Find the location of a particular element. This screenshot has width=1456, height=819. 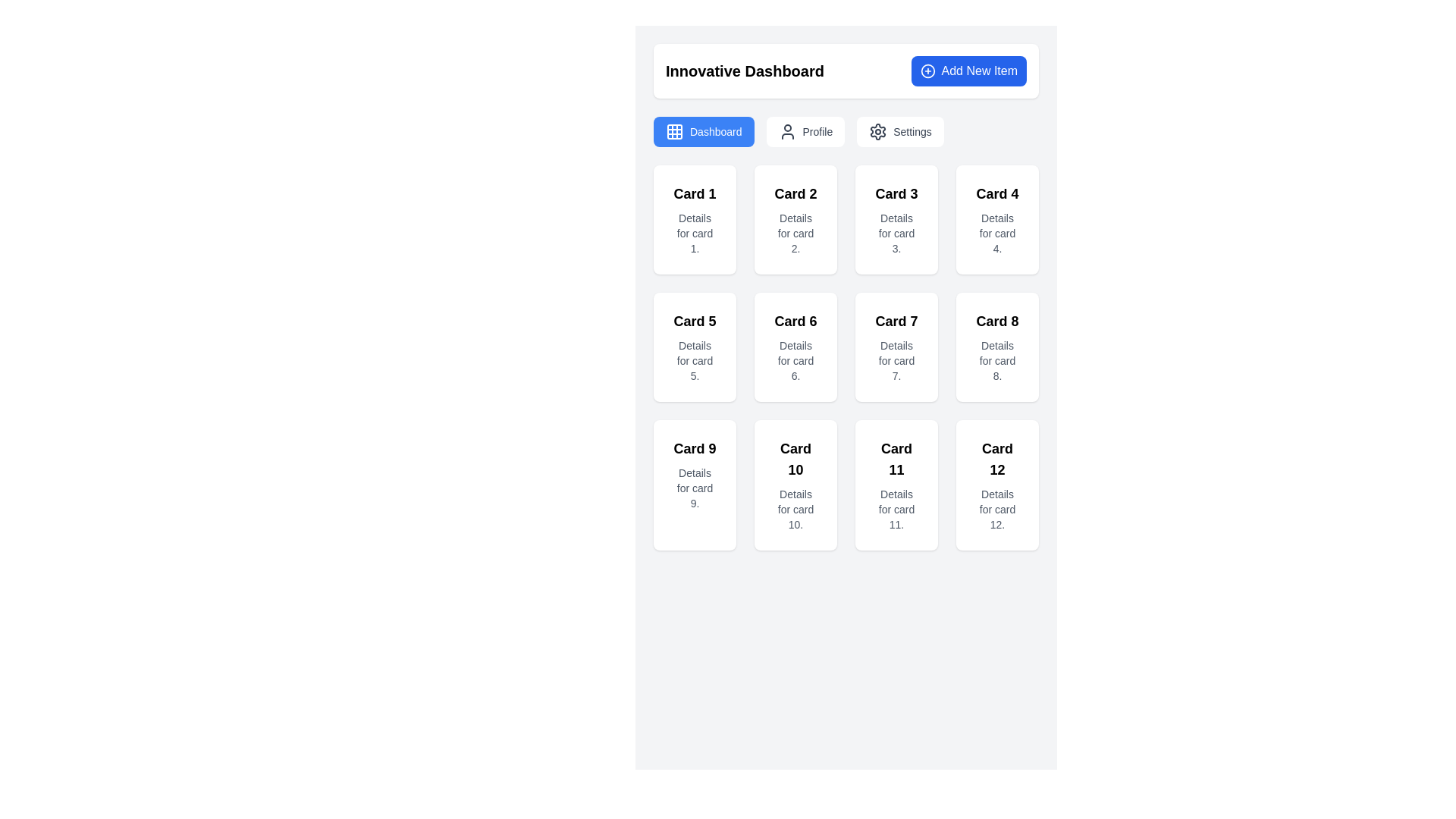

text content of the title label identifying 'Card 7' located at the top-center of the seventh card in the card grid layout is located at coordinates (896, 321).